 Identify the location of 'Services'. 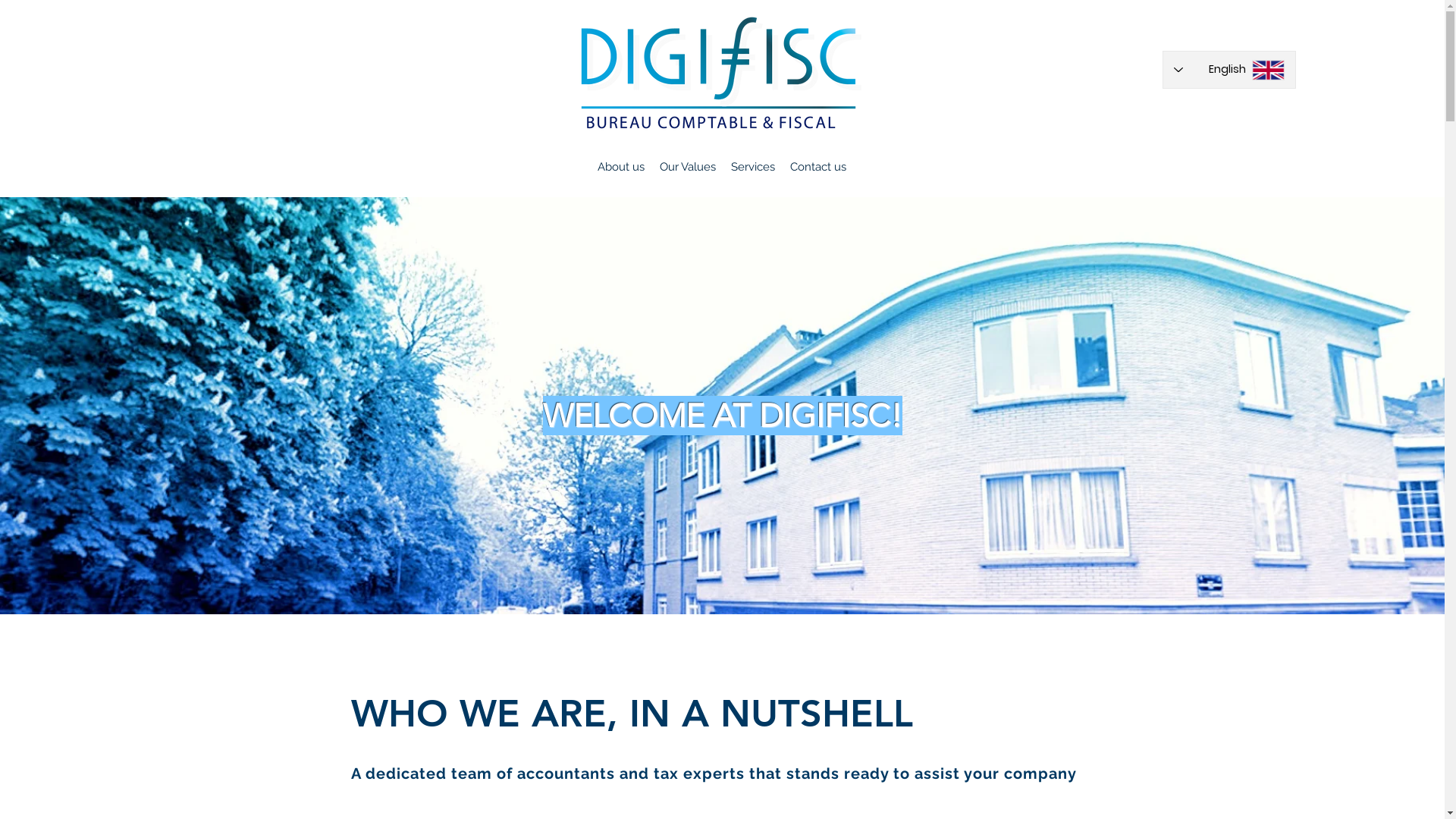
(753, 166).